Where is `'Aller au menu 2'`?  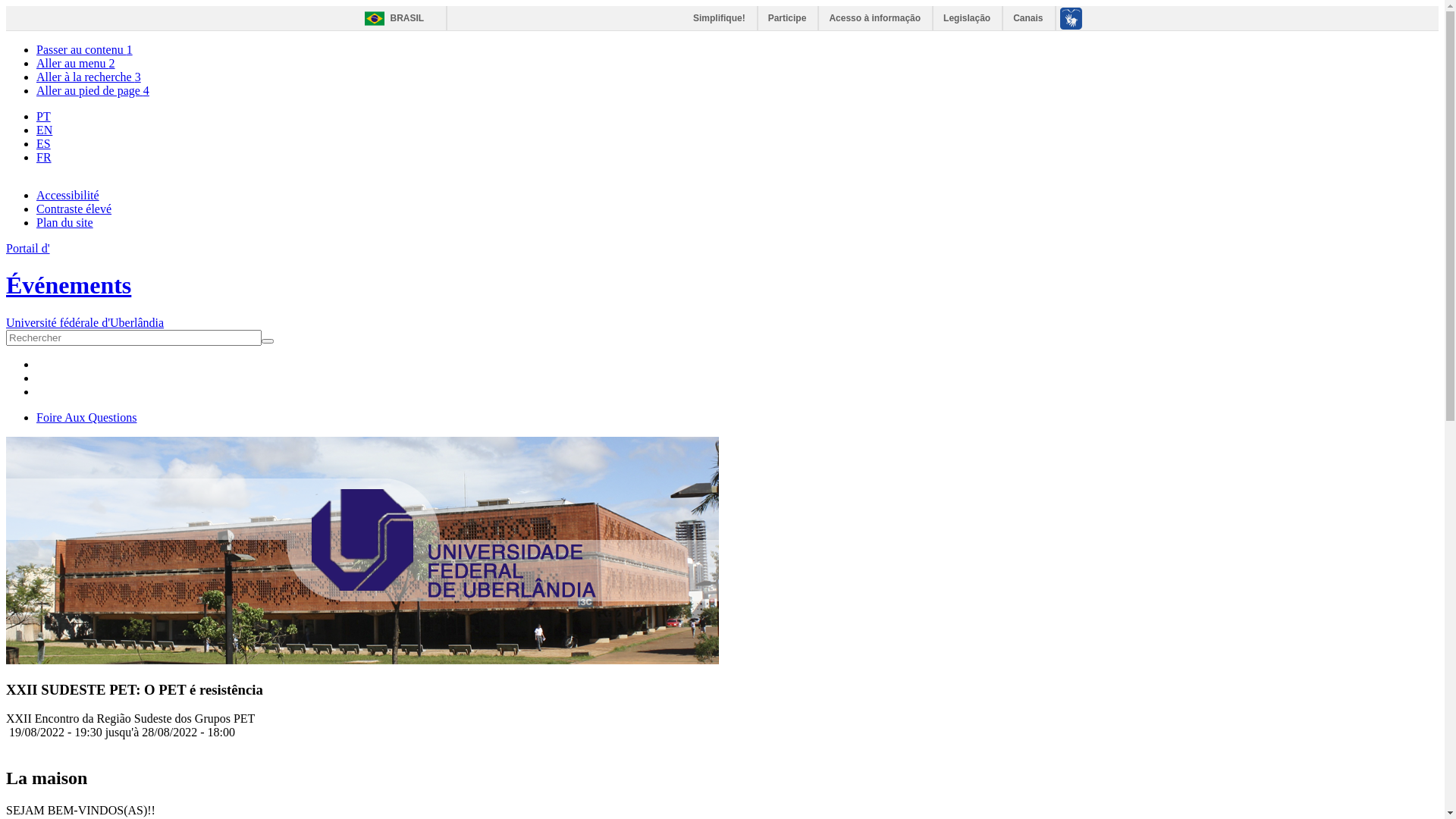 'Aller au menu 2' is located at coordinates (75, 62).